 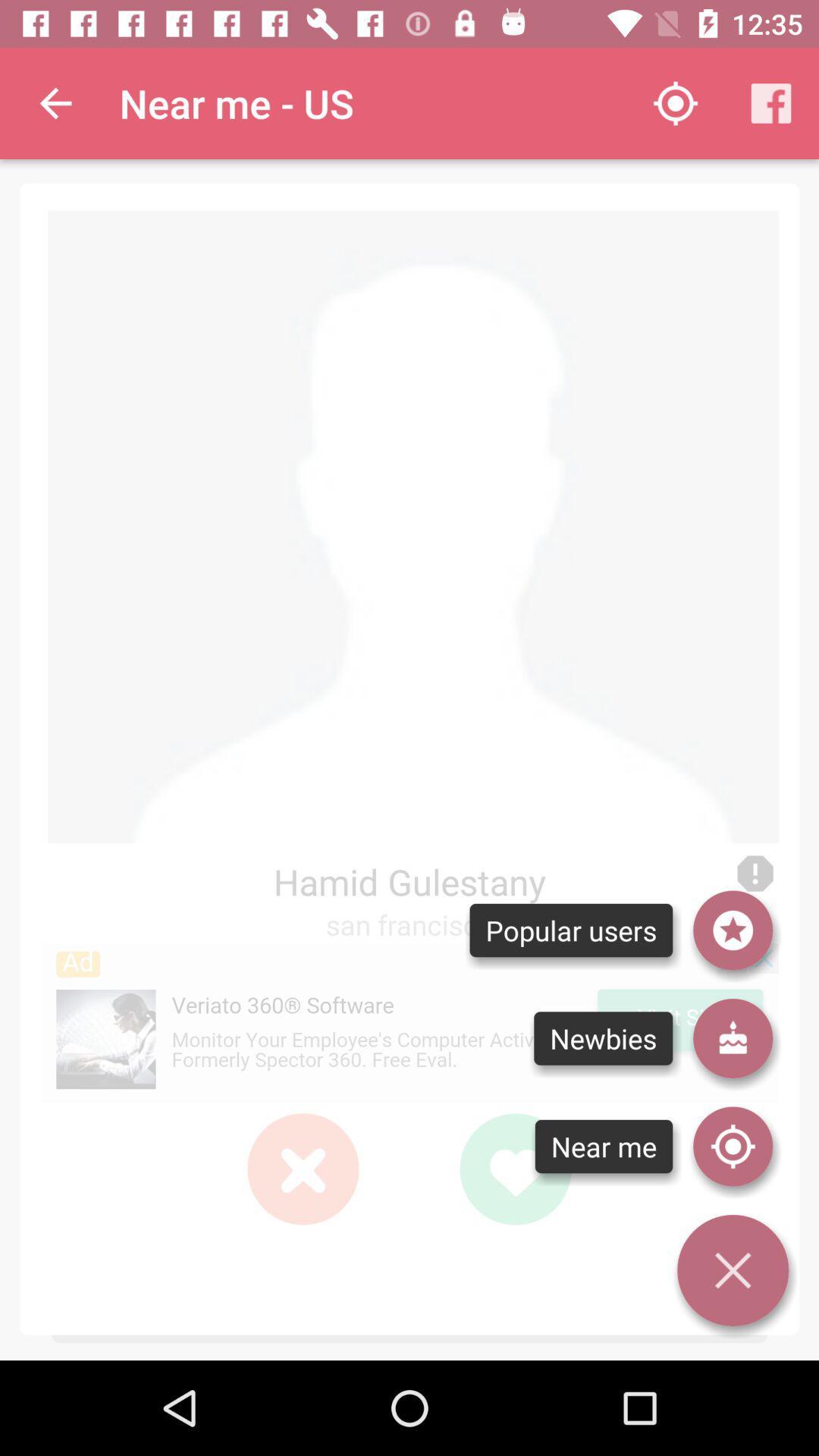 I want to click on the newbies option which is below popular users and above near me, so click(x=602, y=1037).